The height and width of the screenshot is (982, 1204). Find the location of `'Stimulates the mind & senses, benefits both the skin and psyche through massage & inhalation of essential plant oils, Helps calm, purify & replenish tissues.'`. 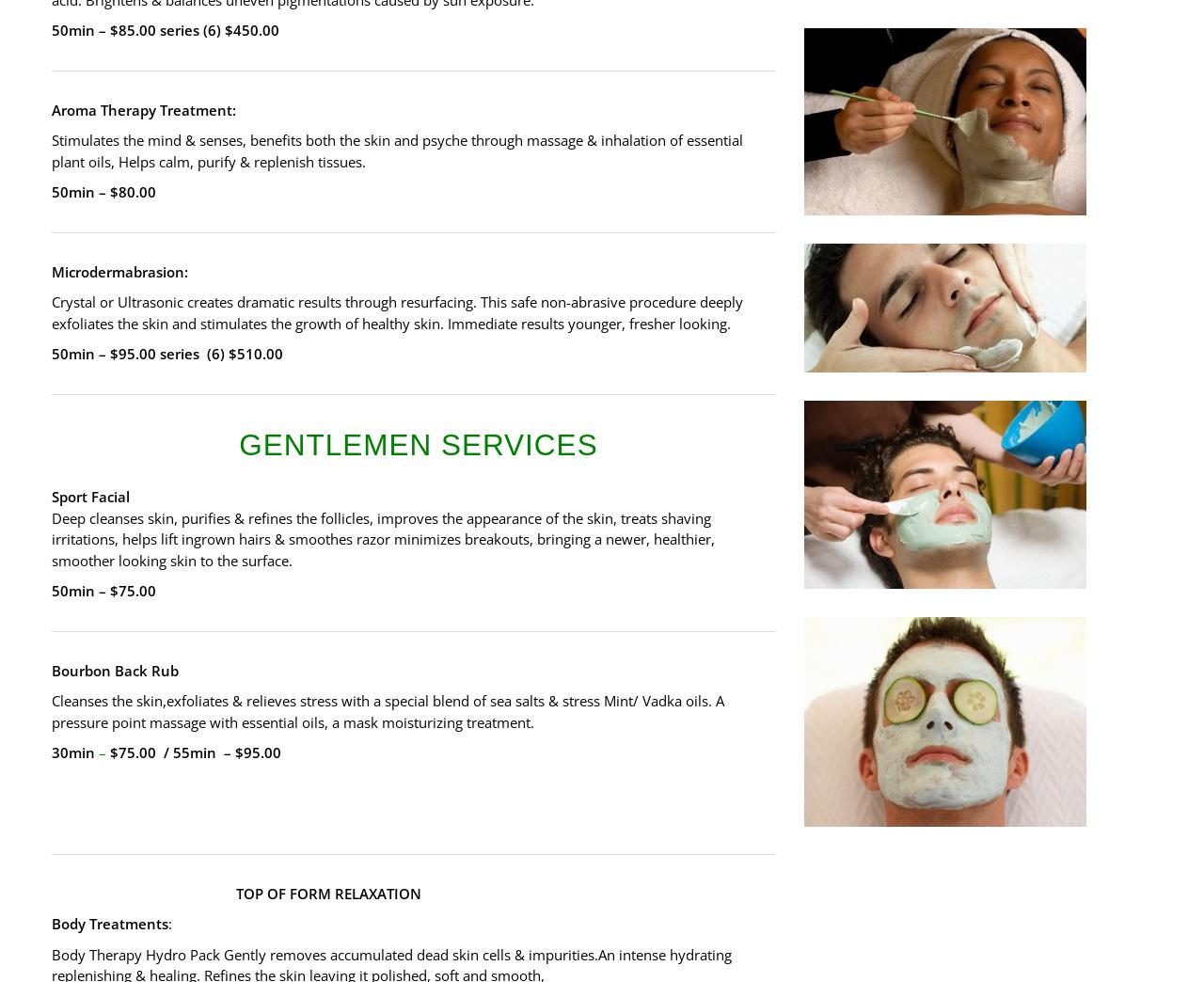

'Stimulates the mind & senses, benefits both the skin and psyche through massage & inhalation of essential plant oils, Helps calm, purify & replenish tissues.' is located at coordinates (396, 150).